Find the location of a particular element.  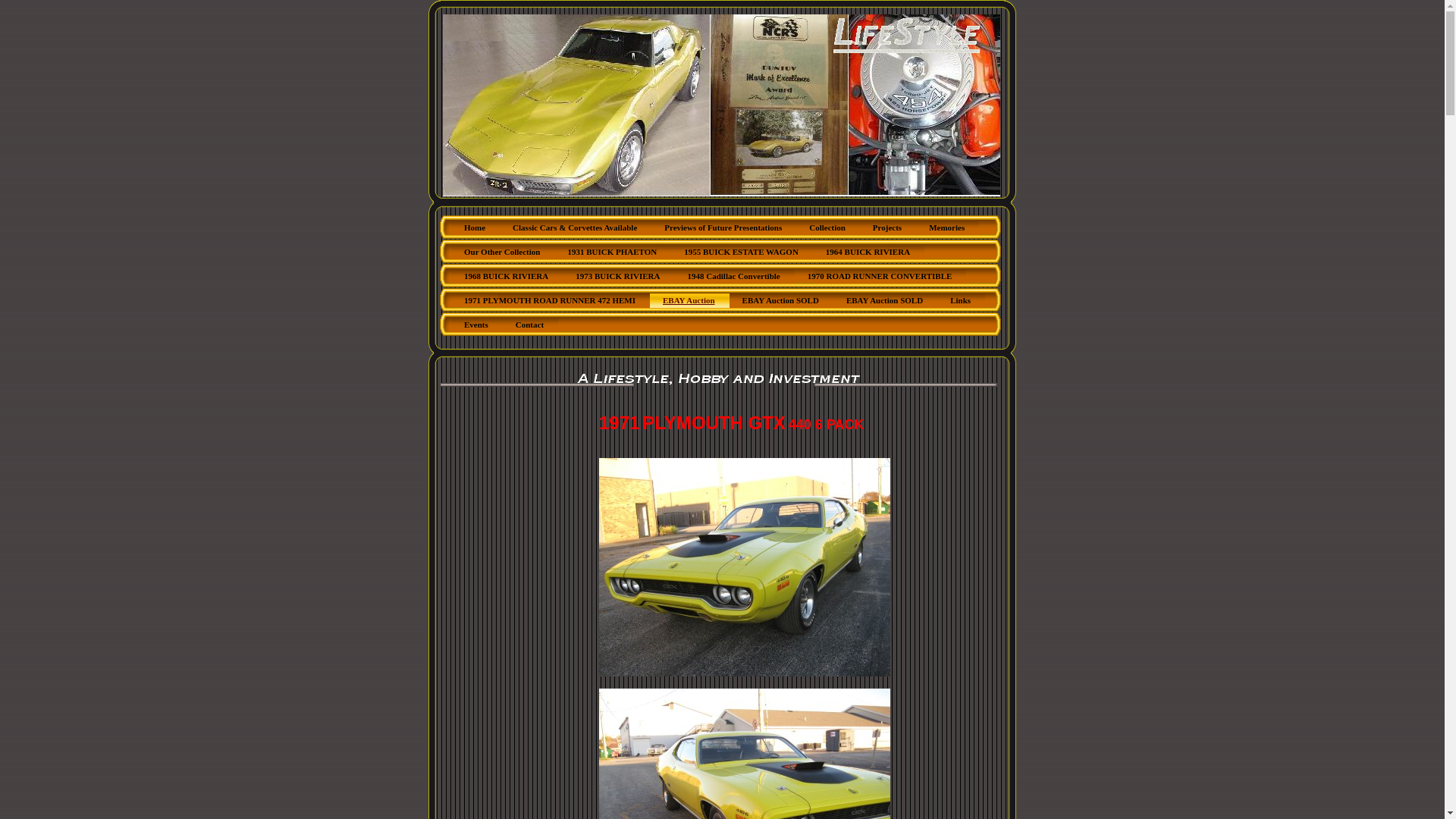

'1948 Cadillac Convertible' is located at coordinates (673, 277).